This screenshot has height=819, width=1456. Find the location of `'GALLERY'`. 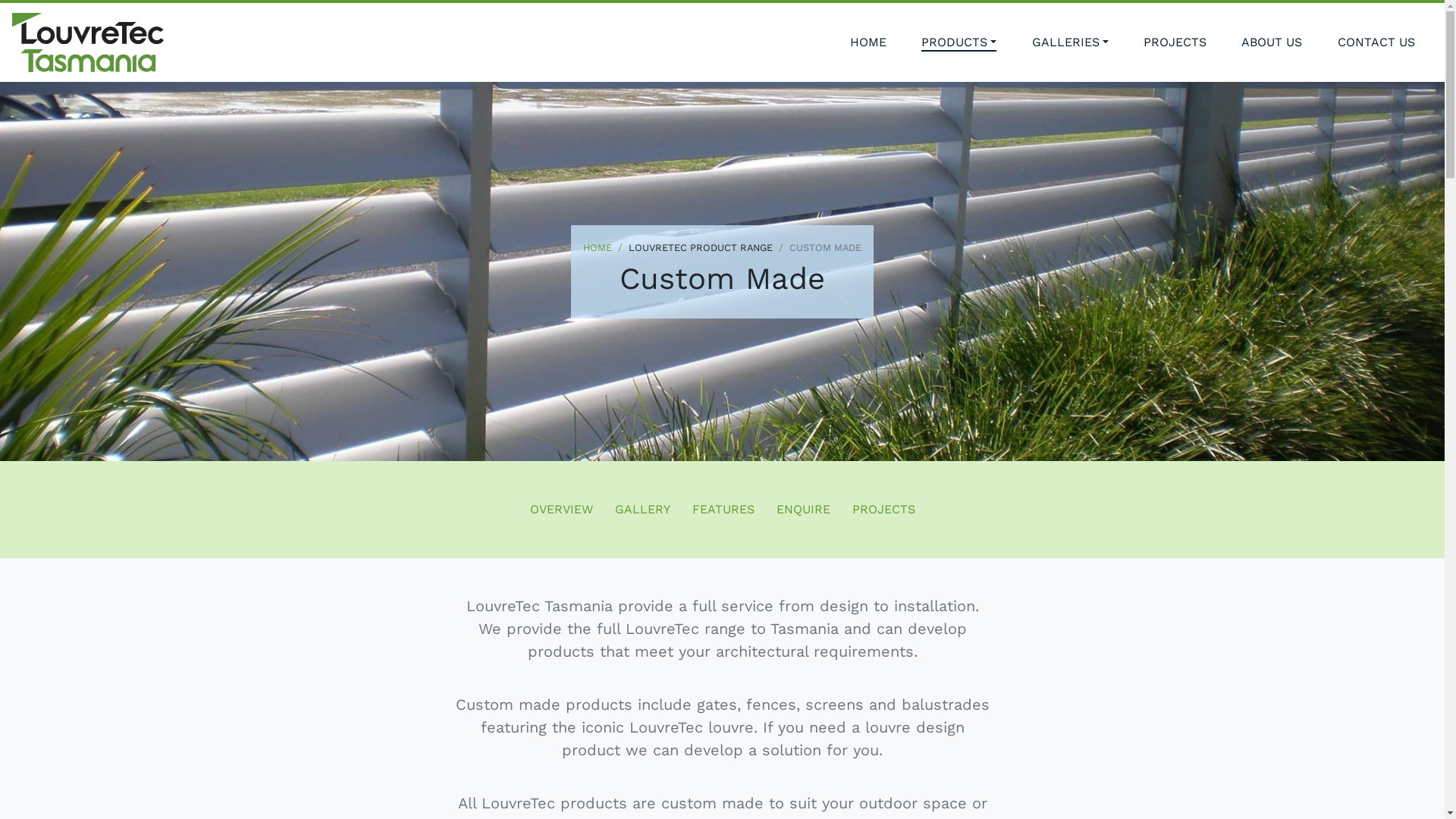

'GALLERY' is located at coordinates (642, 509).